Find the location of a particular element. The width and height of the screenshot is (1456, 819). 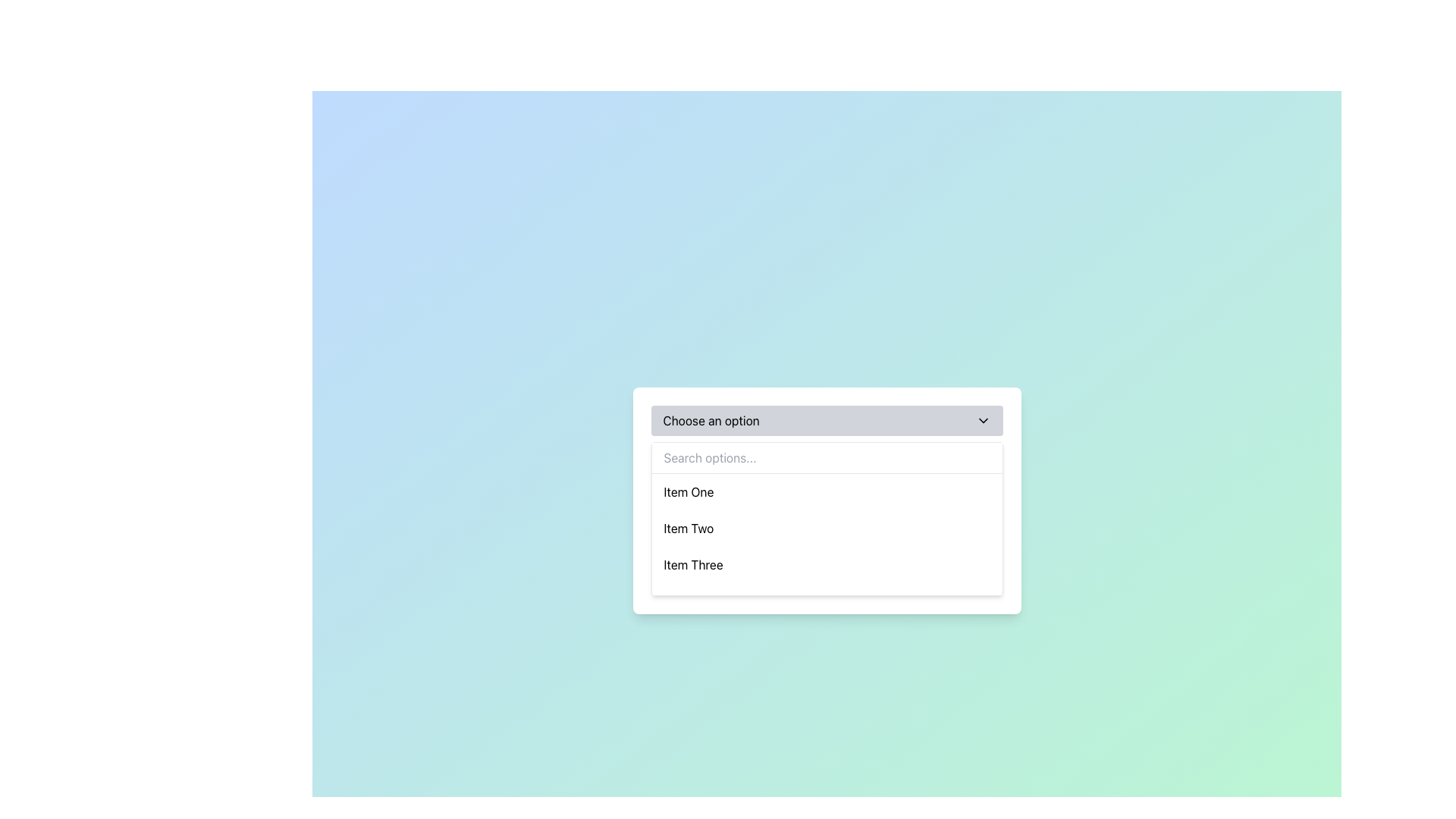

the text label representing the selectable option 'Item Three' in the dropdown list beneath 'Search options...' is located at coordinates (692, 564).